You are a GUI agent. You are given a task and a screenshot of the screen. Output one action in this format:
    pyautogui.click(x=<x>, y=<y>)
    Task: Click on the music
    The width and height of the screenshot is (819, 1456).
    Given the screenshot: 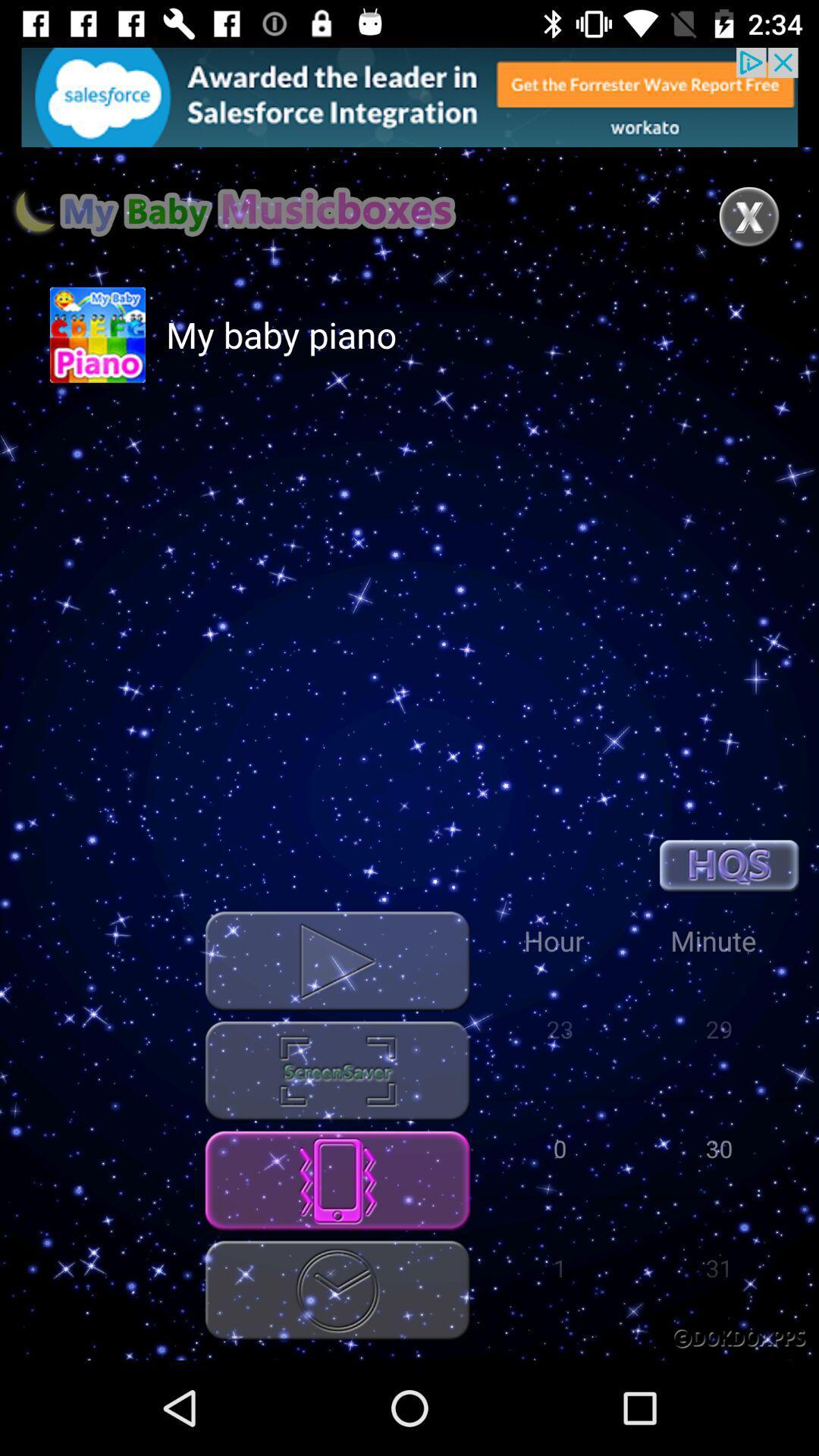 What is the action you would take?
    pyautogui.click(x=337, y=960)
    